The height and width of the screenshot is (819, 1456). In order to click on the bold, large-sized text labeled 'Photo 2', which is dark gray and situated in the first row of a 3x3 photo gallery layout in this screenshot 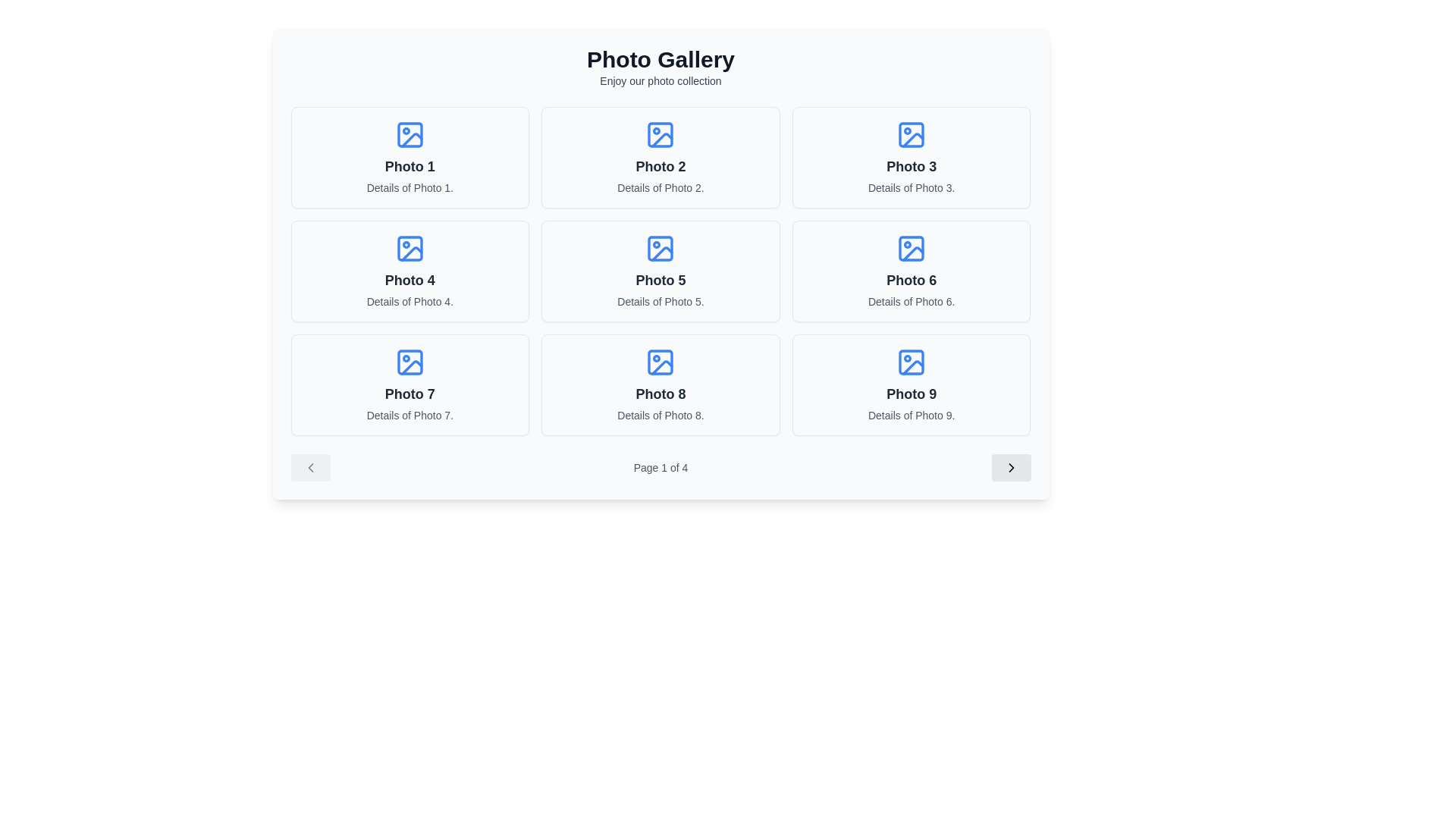, I will do `click(661, 166)`.